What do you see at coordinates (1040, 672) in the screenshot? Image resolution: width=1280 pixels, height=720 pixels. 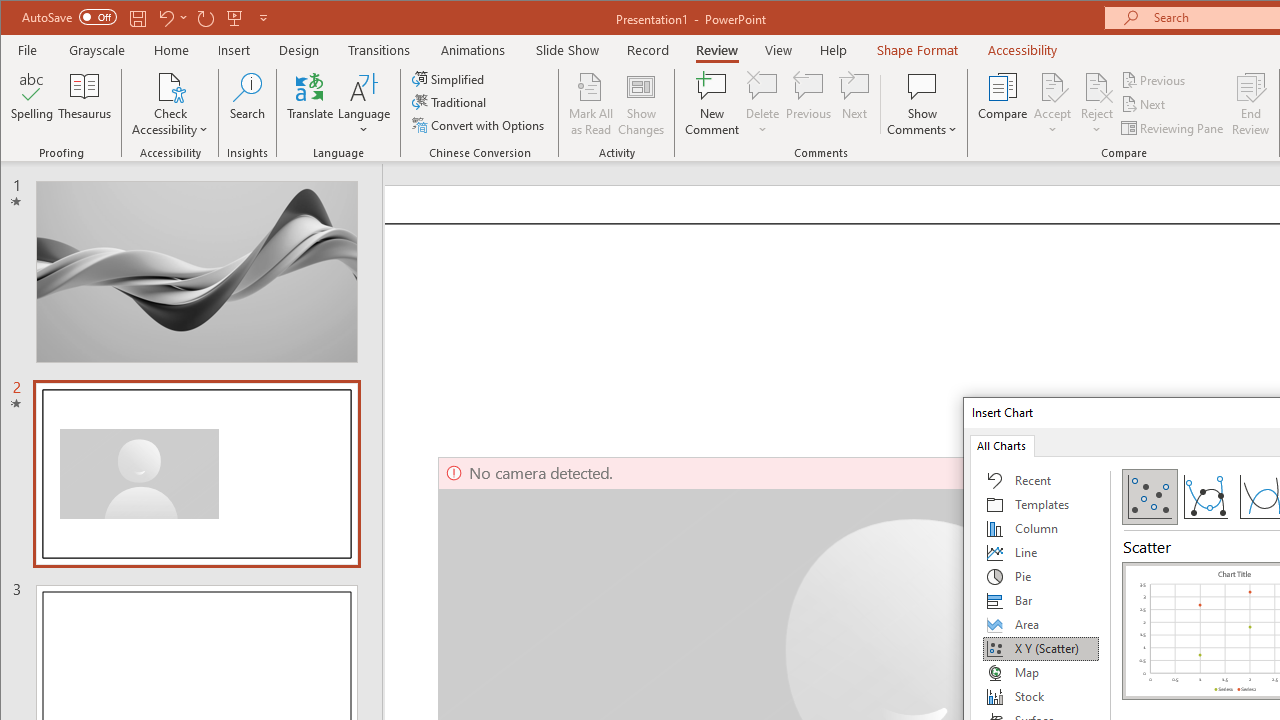 I see `'Map'` at bounding box center [1040, 672].